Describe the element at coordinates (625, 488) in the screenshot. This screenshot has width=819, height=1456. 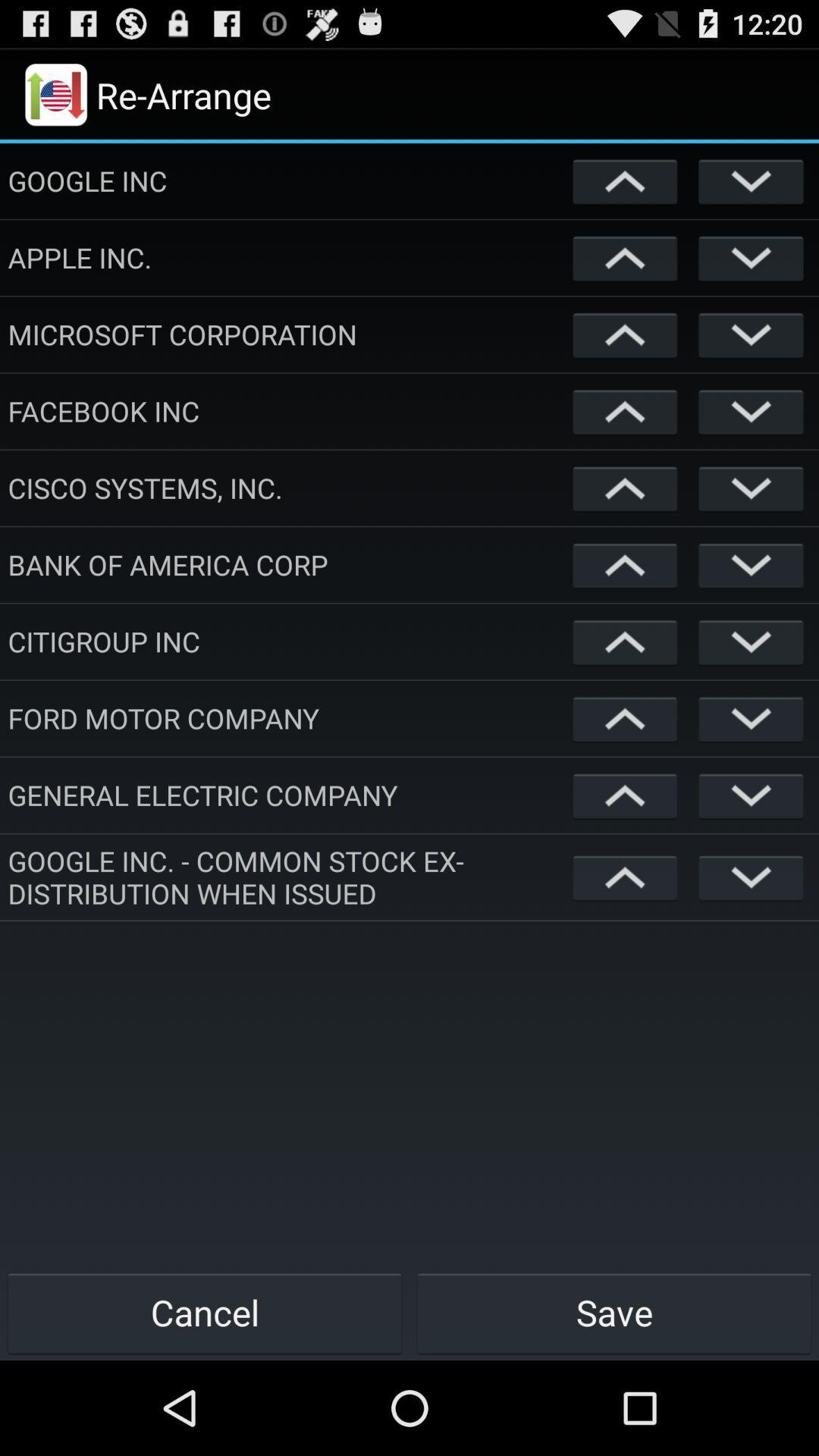
I see `move app up` at that location.